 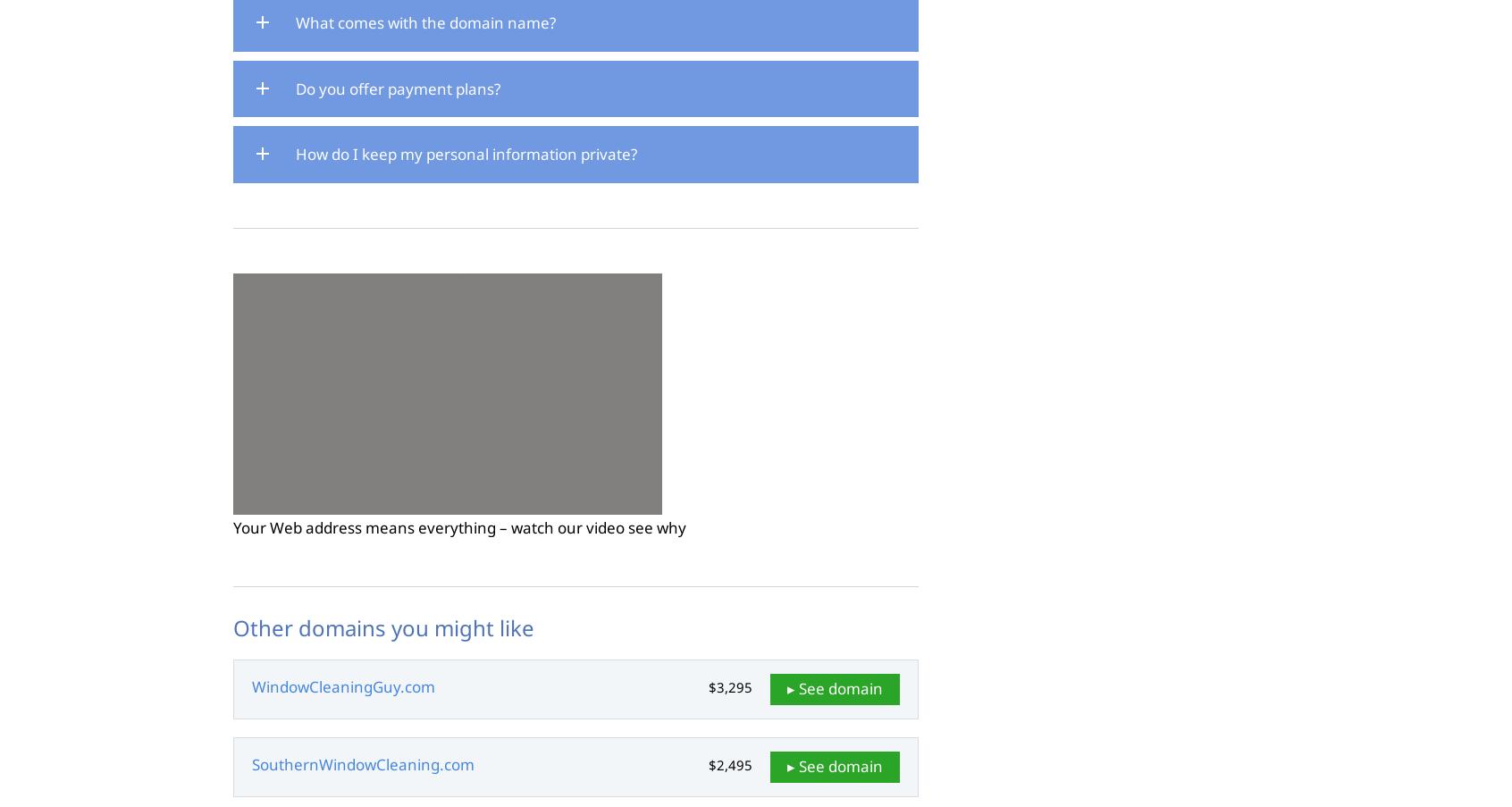 I want to click on 'SouthernWindowCleaning.com', so click(x=252, y=764).